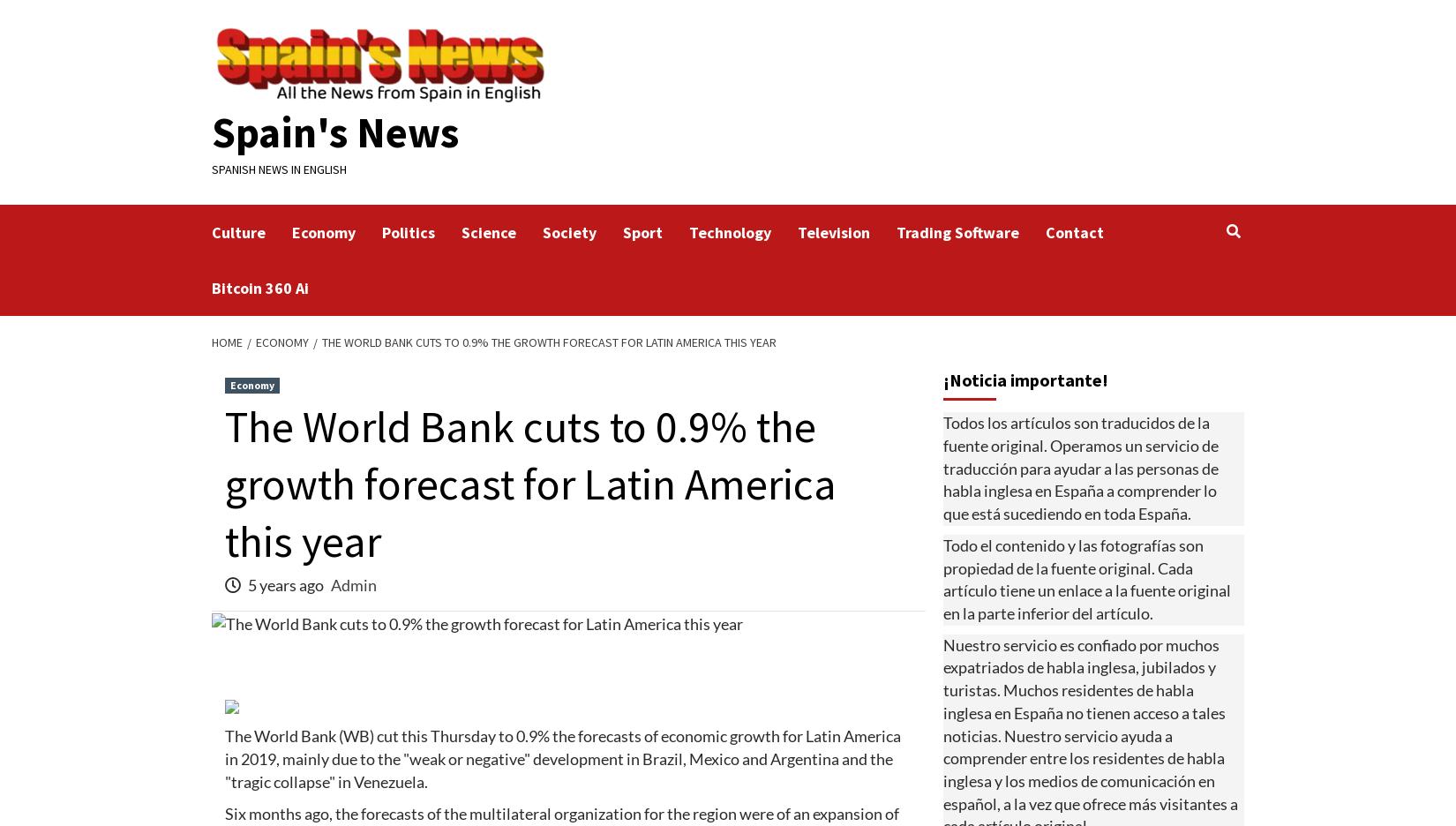 Image resolution: width=1456 pixels, height=826 pixels. I want to click on 'Todos los artículos son traducidos de la fuente original. Operamos un servicio de traducción para ayudar a las personas de habla inglesa en España a comprender lo que está sucediendo en toda España.', so click(1080, 468).